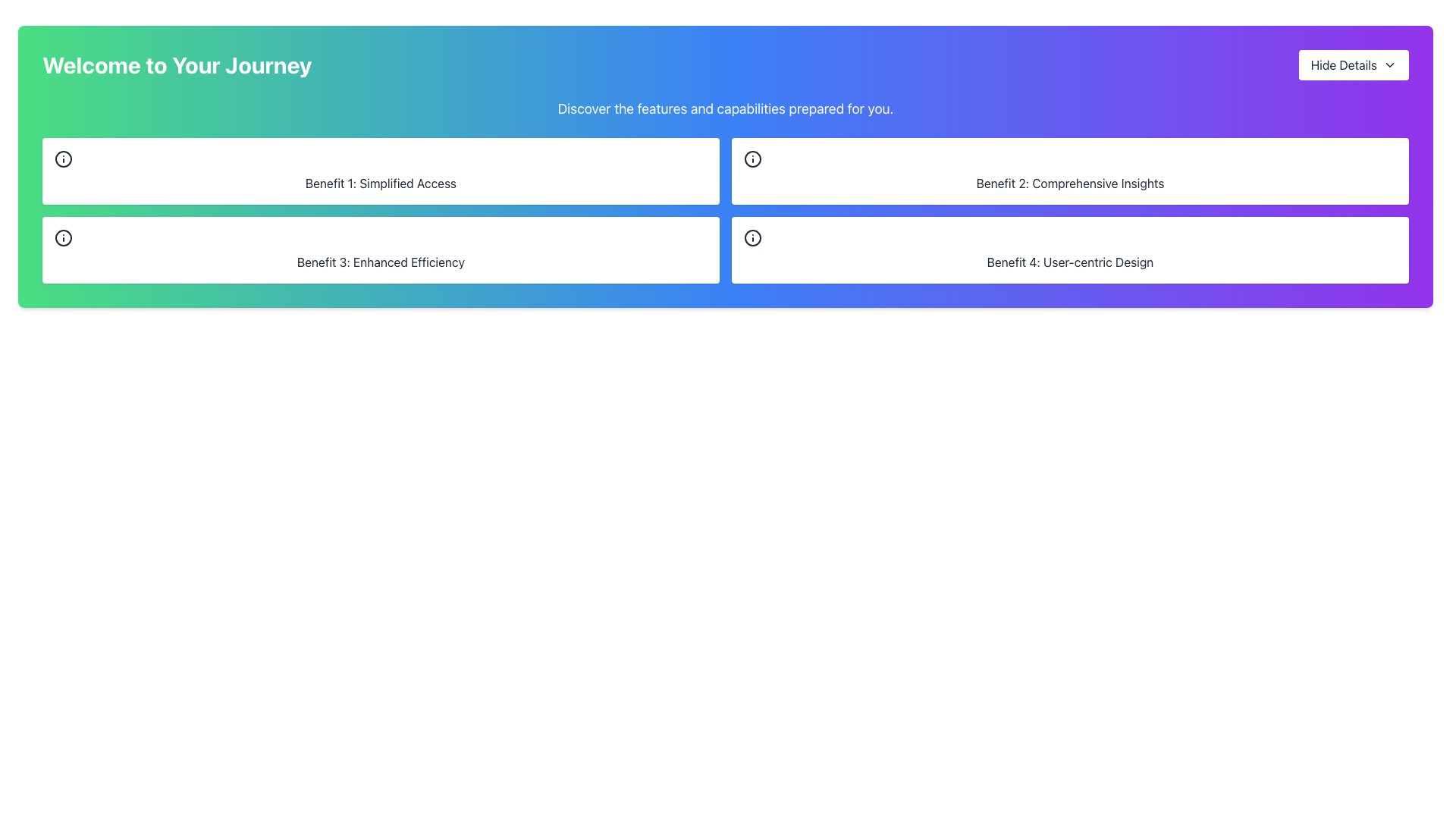 The width and height of the screenshot is (1456, 819). Describe the element at coordinates (381, 183) in the screenshot. I see `text from the label displaying 'Benefit 1: Simplified Access', which is styled with a black font on a white background and located in the upper-left feature block of the interface` at that location.